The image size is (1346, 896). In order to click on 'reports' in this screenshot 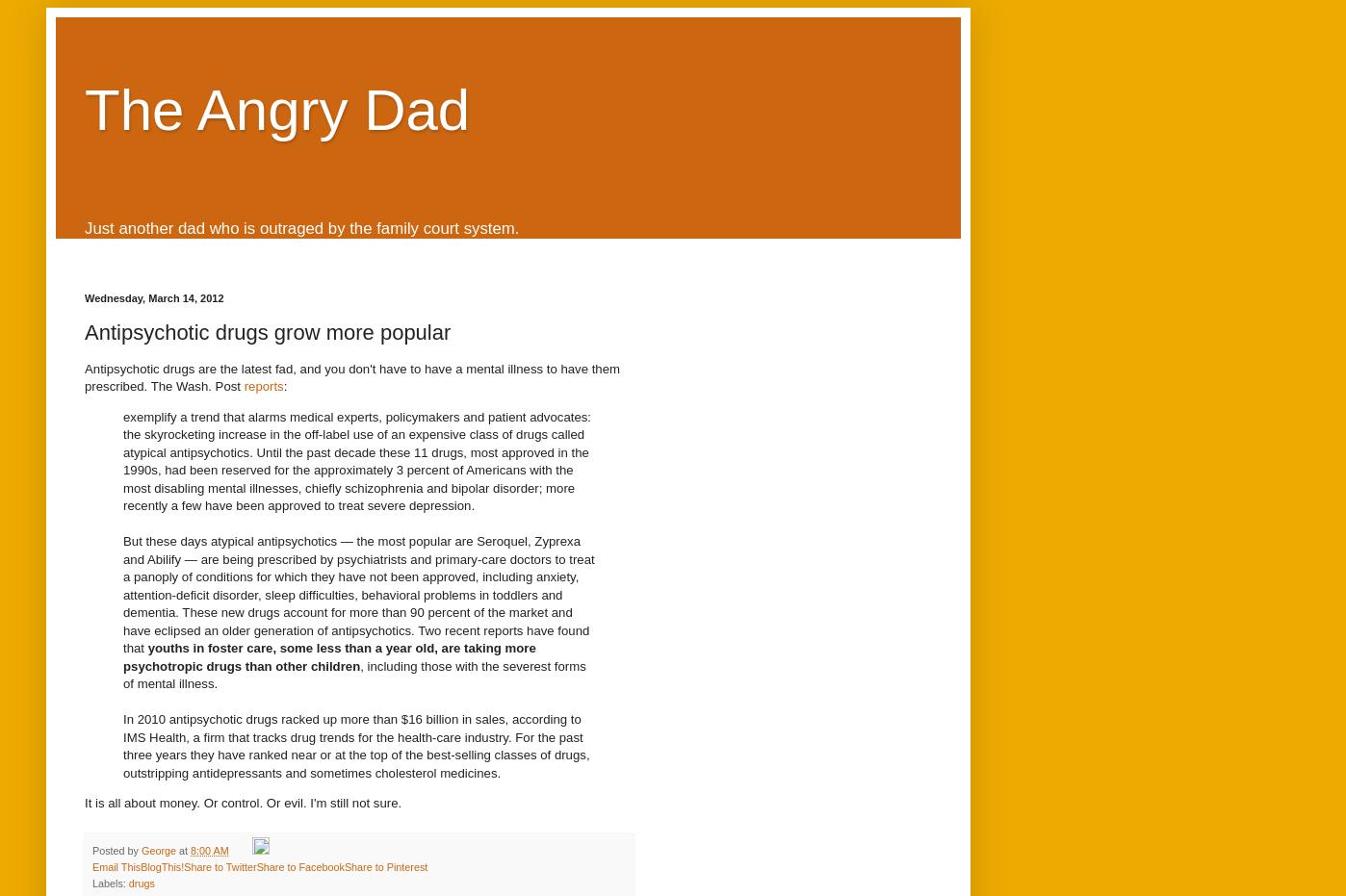, I will do `click(263, 385)`.